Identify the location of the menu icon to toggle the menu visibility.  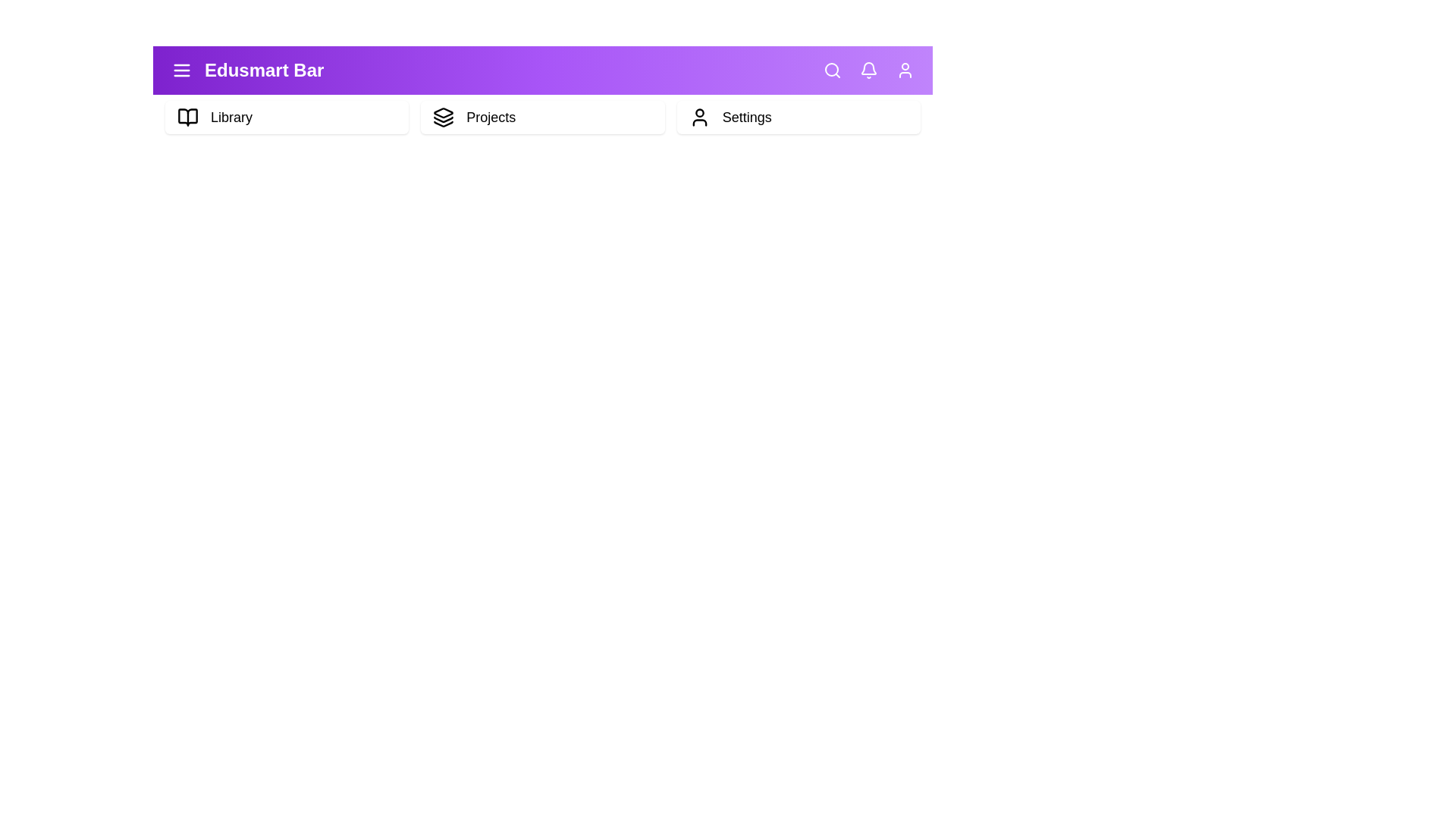
(182, 70).